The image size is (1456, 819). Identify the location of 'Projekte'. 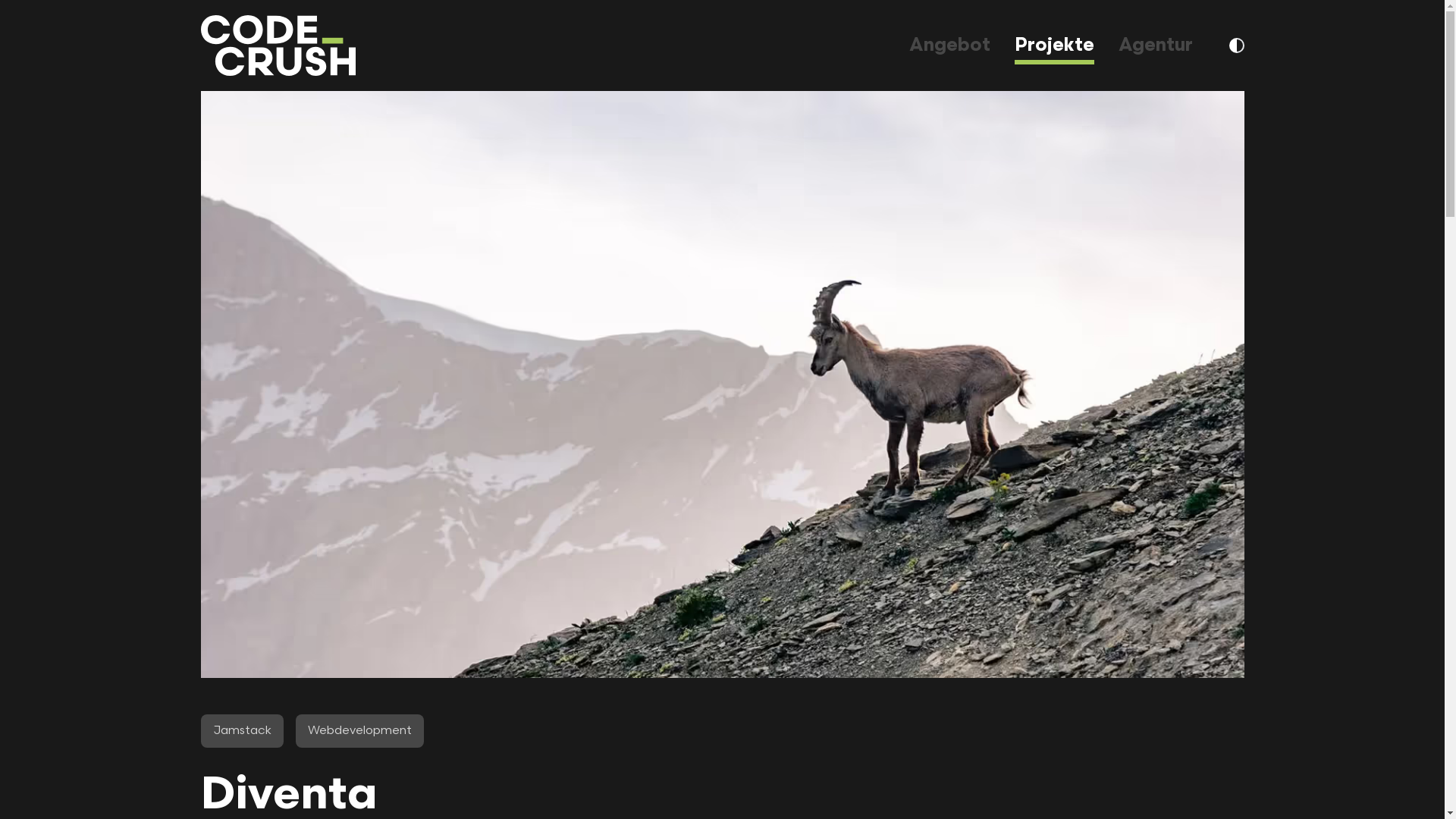
(1053, 44).